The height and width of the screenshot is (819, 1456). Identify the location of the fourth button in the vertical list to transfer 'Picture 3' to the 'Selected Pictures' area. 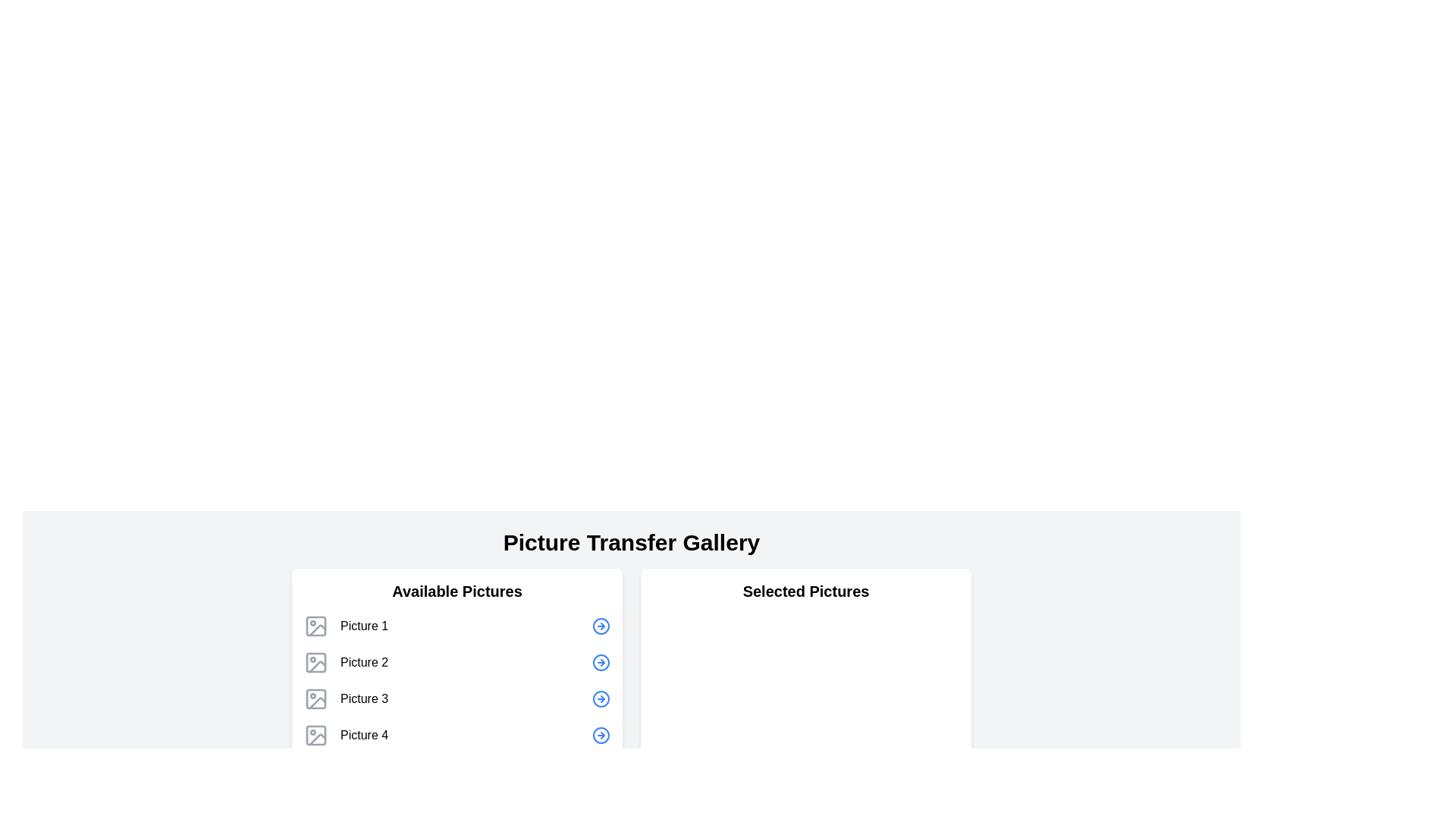
(600, 698).